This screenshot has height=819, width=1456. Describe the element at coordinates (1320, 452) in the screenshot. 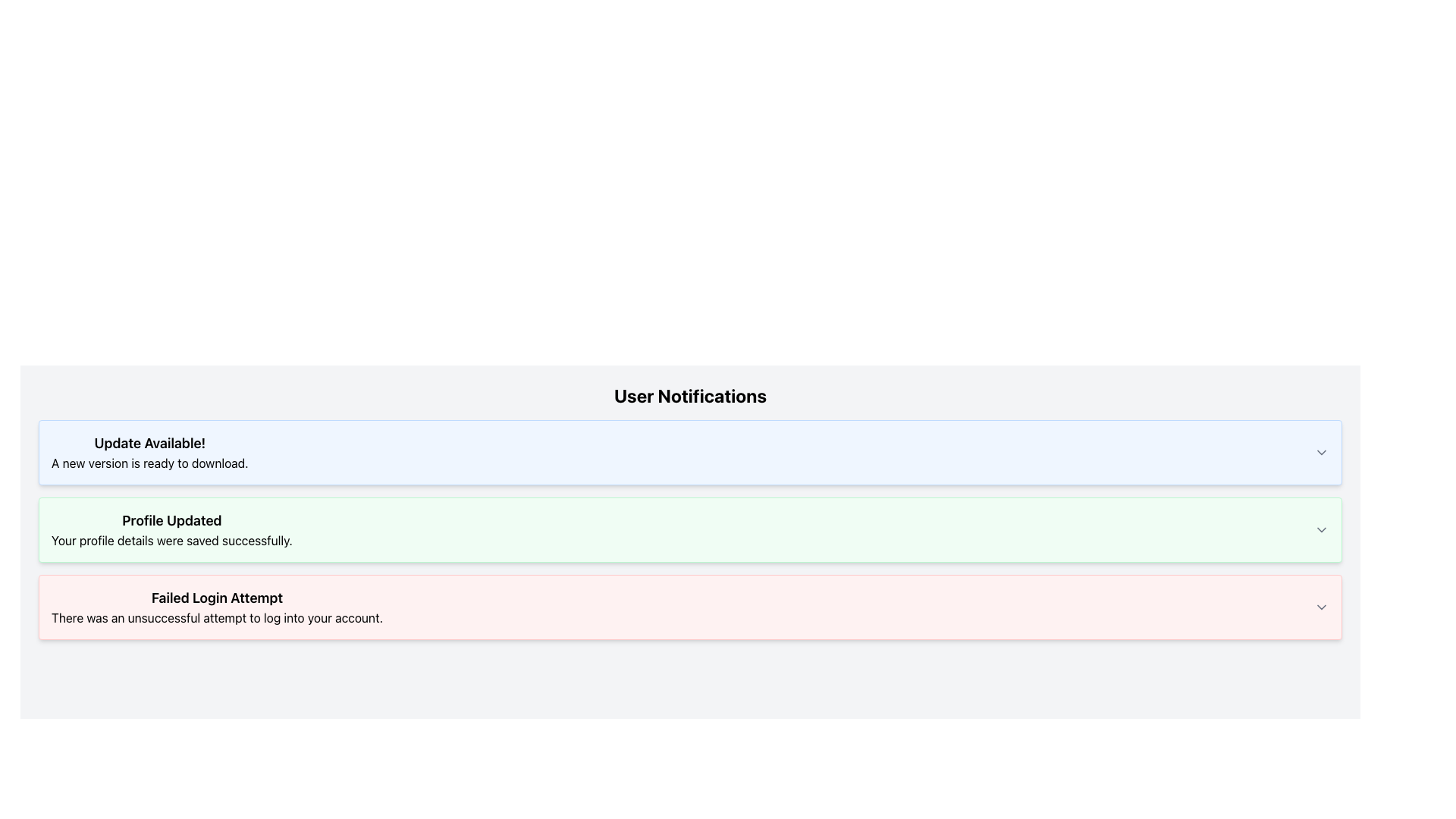

I see `the Dropdown toggle icon located at the far right of the notification panel labeled 'Update Available! A new version is ready to download.'` at that location.